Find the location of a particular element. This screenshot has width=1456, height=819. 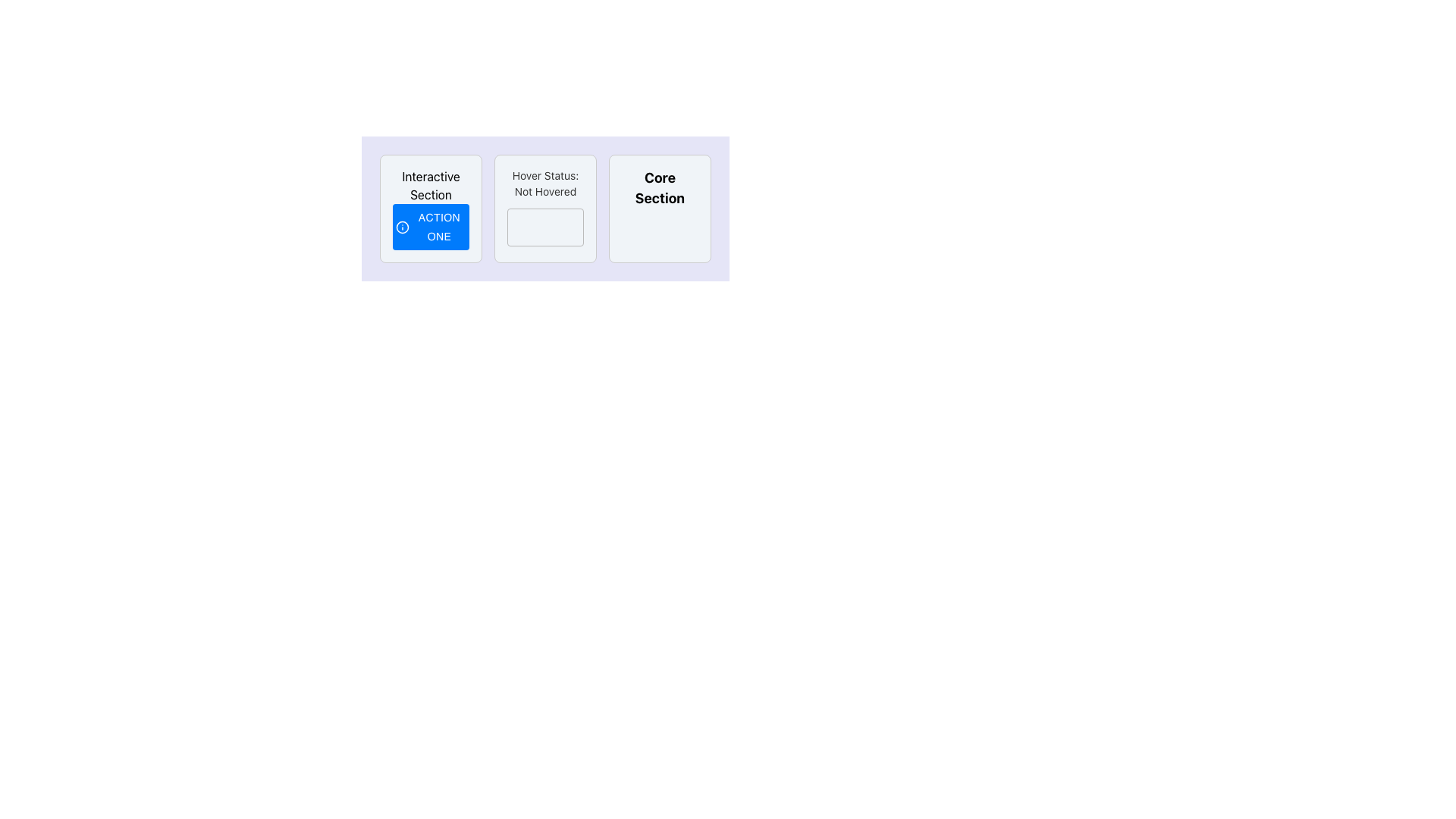

the 'Action One' button located in the 'Interactive Section' is located at coordinates (430, 227).